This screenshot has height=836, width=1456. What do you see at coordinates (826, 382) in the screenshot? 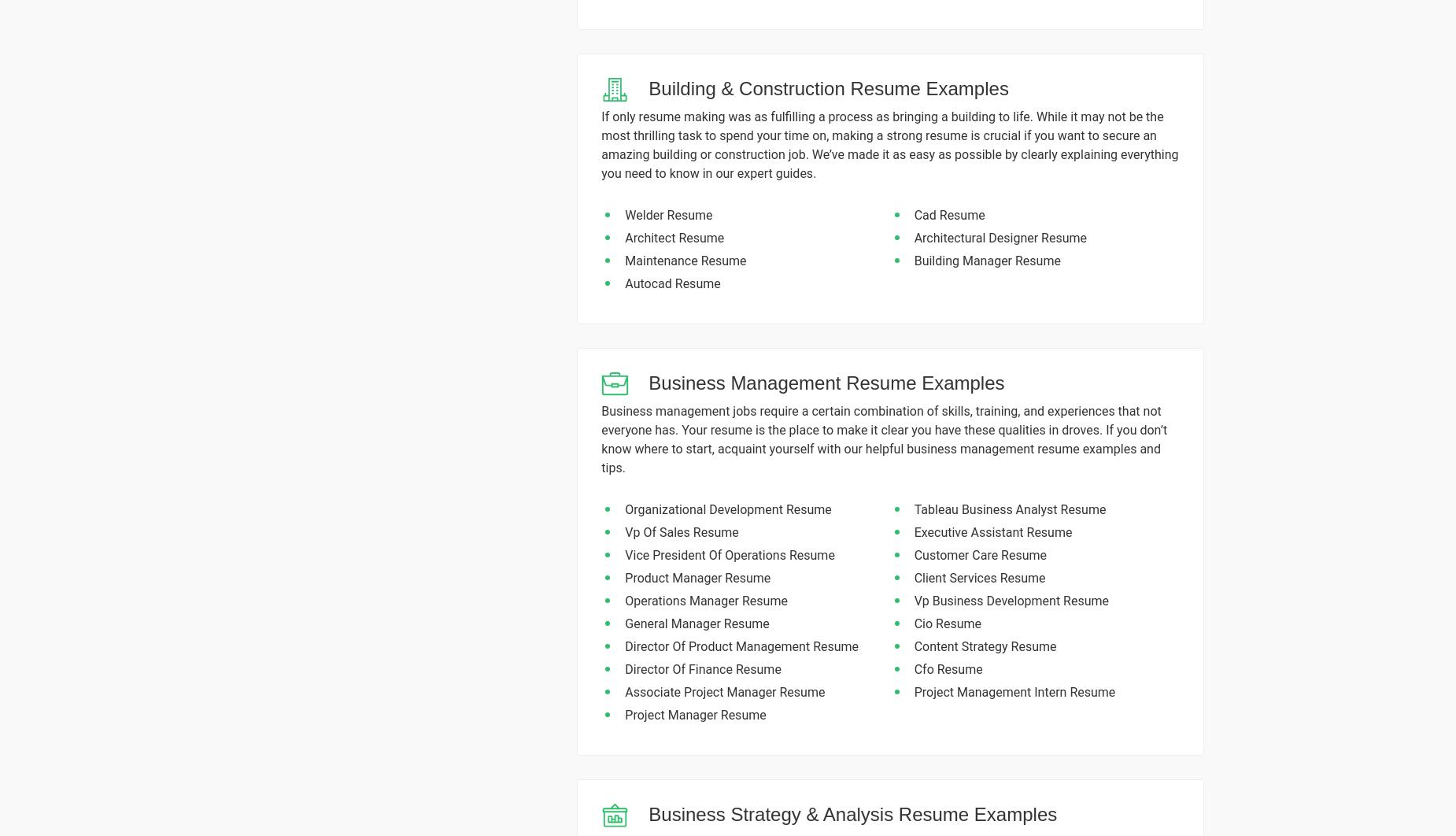
I see `'Business Management Resume Examples'` at bounding box center [826, 382].